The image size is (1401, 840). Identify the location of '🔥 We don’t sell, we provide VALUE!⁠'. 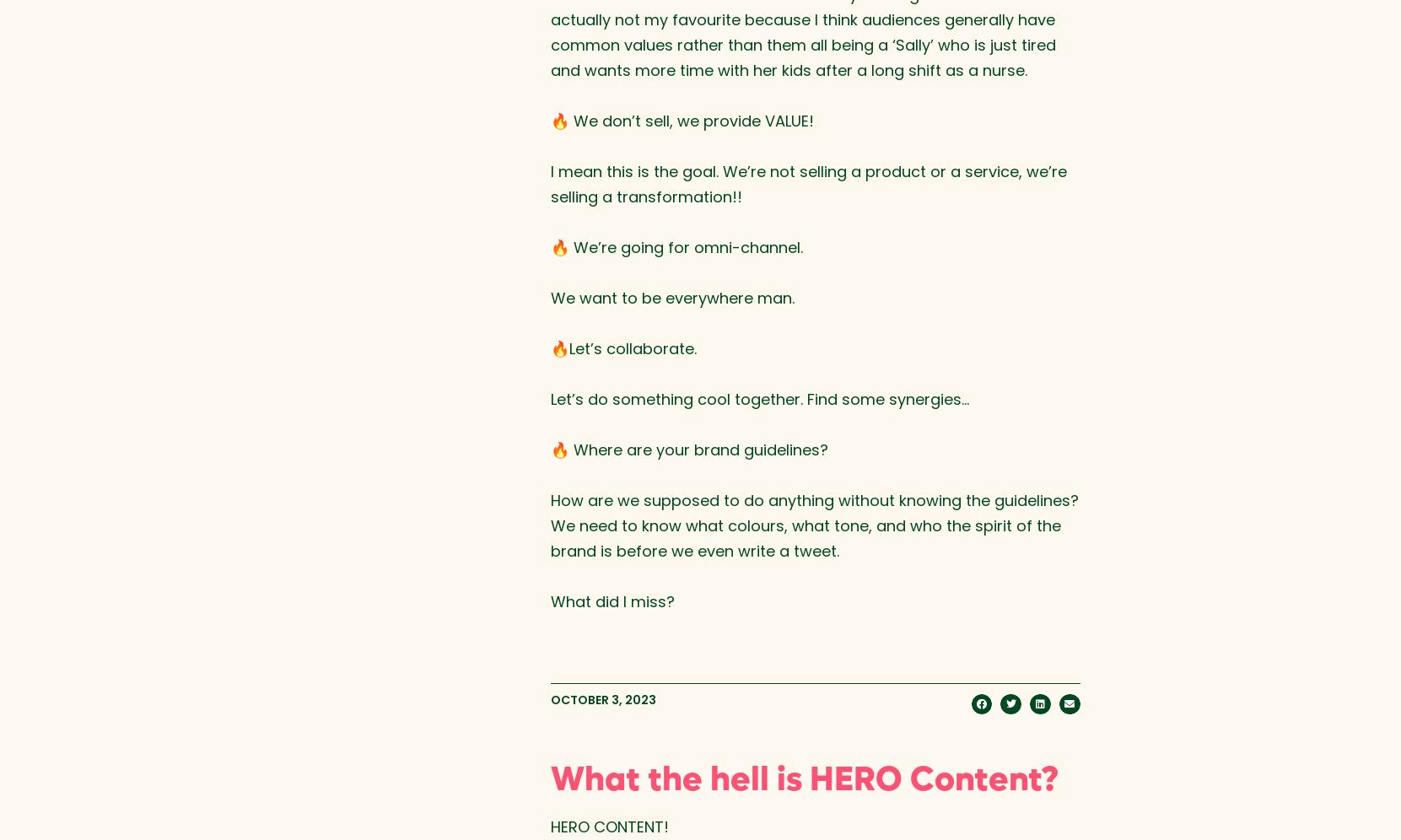
(681, 119).